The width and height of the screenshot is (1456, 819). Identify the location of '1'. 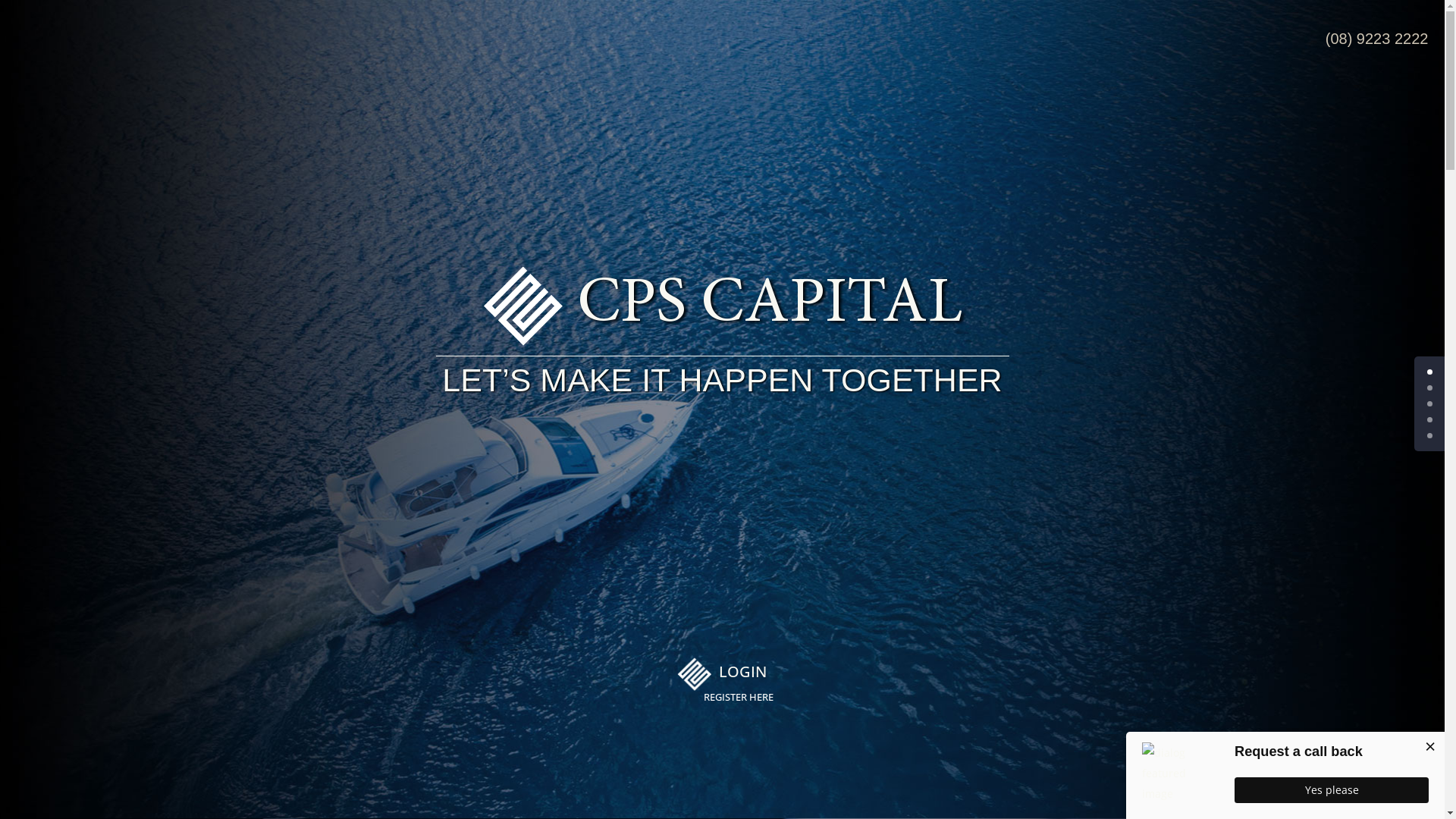
(1429, 387).